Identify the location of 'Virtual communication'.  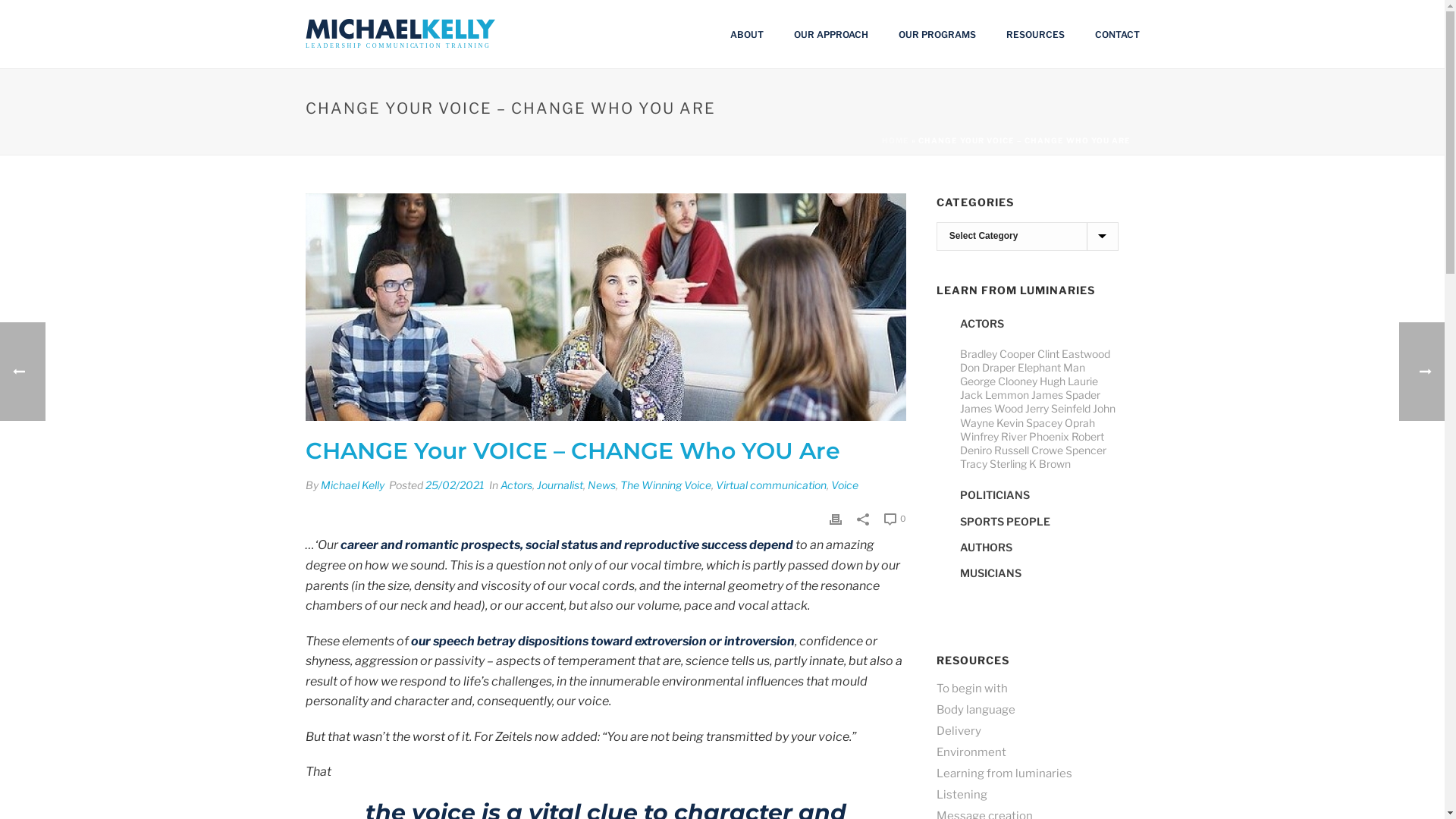
(771, 485).